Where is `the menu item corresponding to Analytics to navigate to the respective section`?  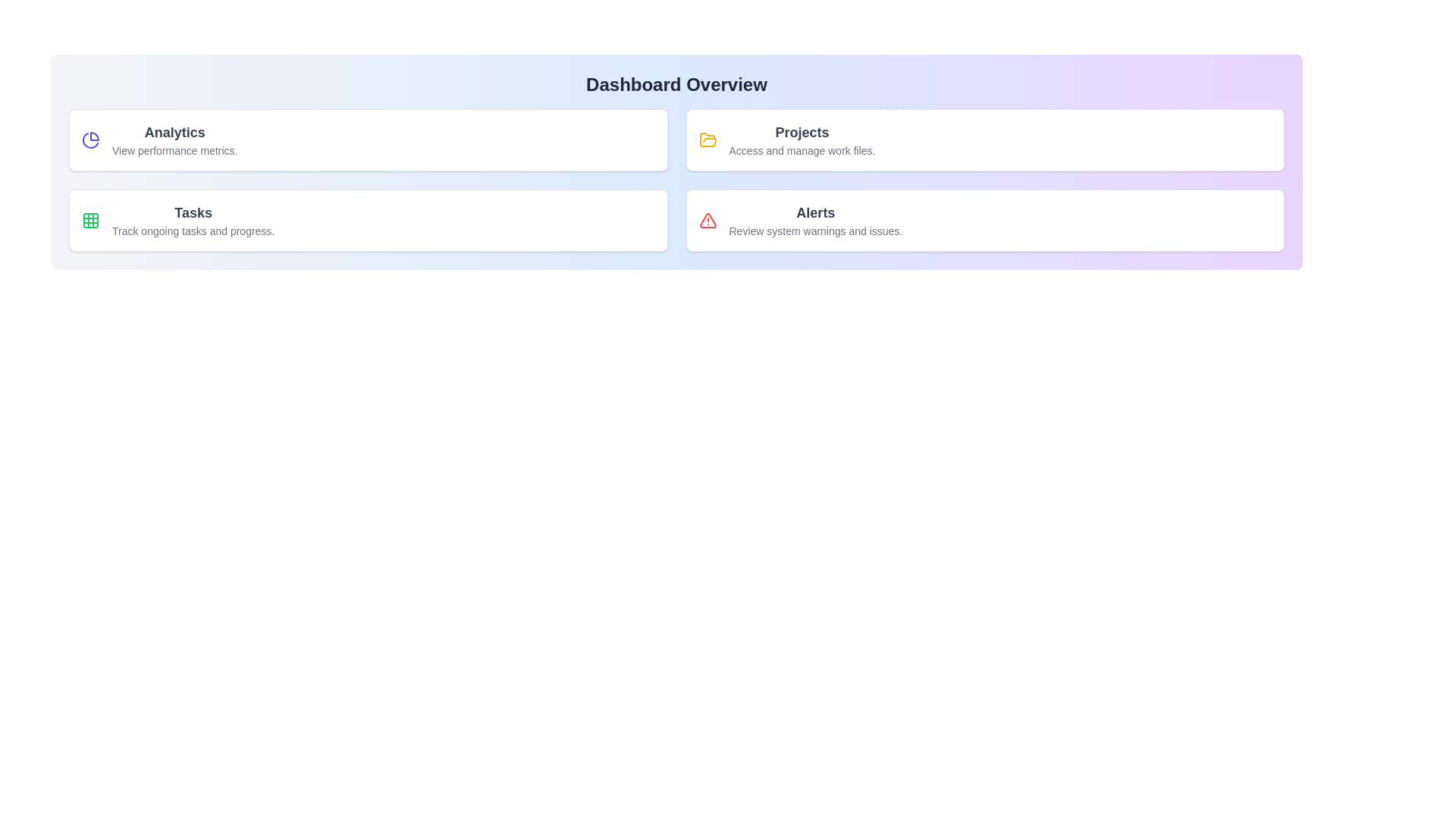 the menu item corresponding to Analytics to navigate to the respective section is located at coordinates (368, 140).